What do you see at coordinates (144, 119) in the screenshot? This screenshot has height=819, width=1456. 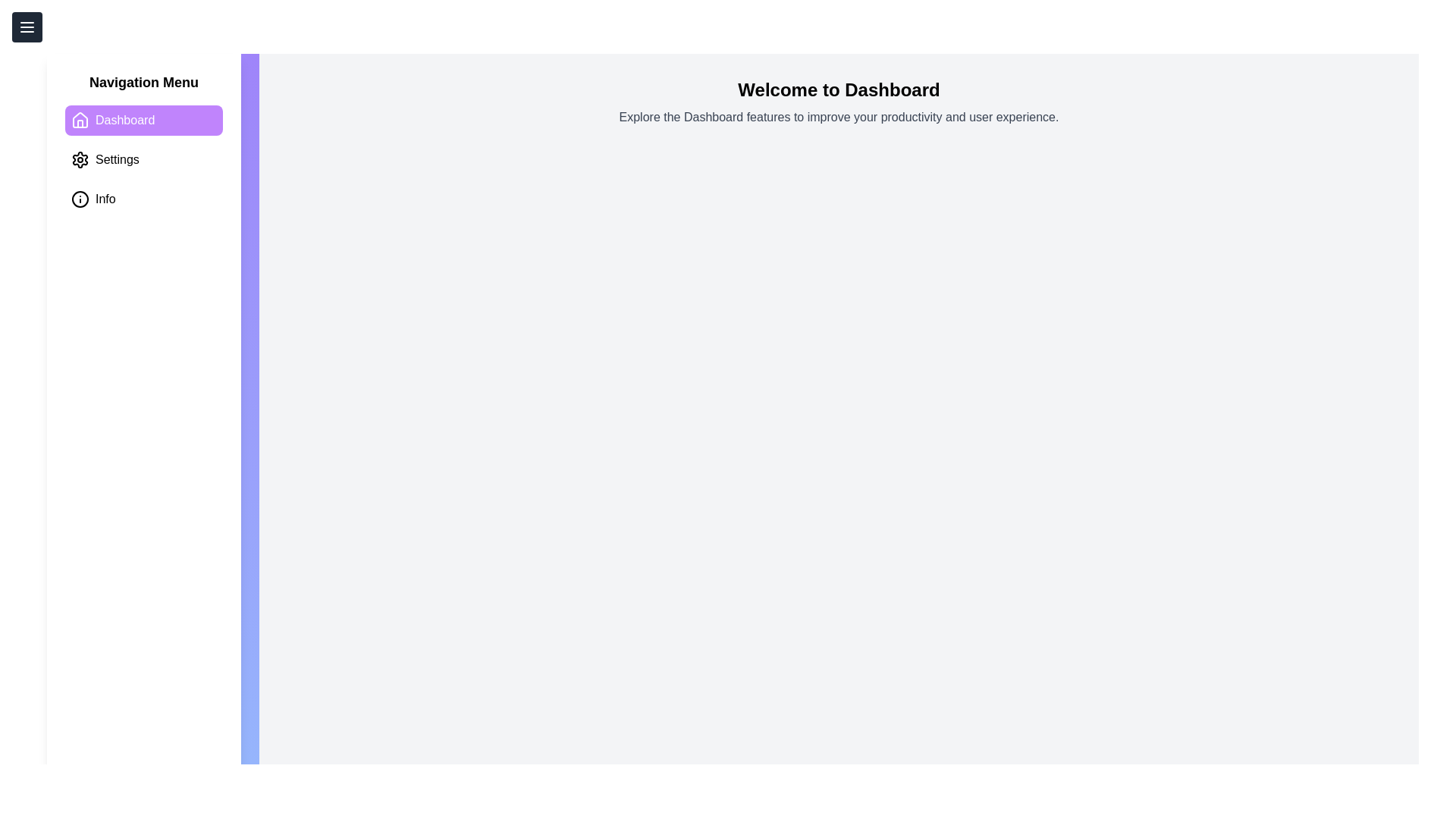 I see `the tab Dashboard in the navigation menu` at bounding box center [144, 119].